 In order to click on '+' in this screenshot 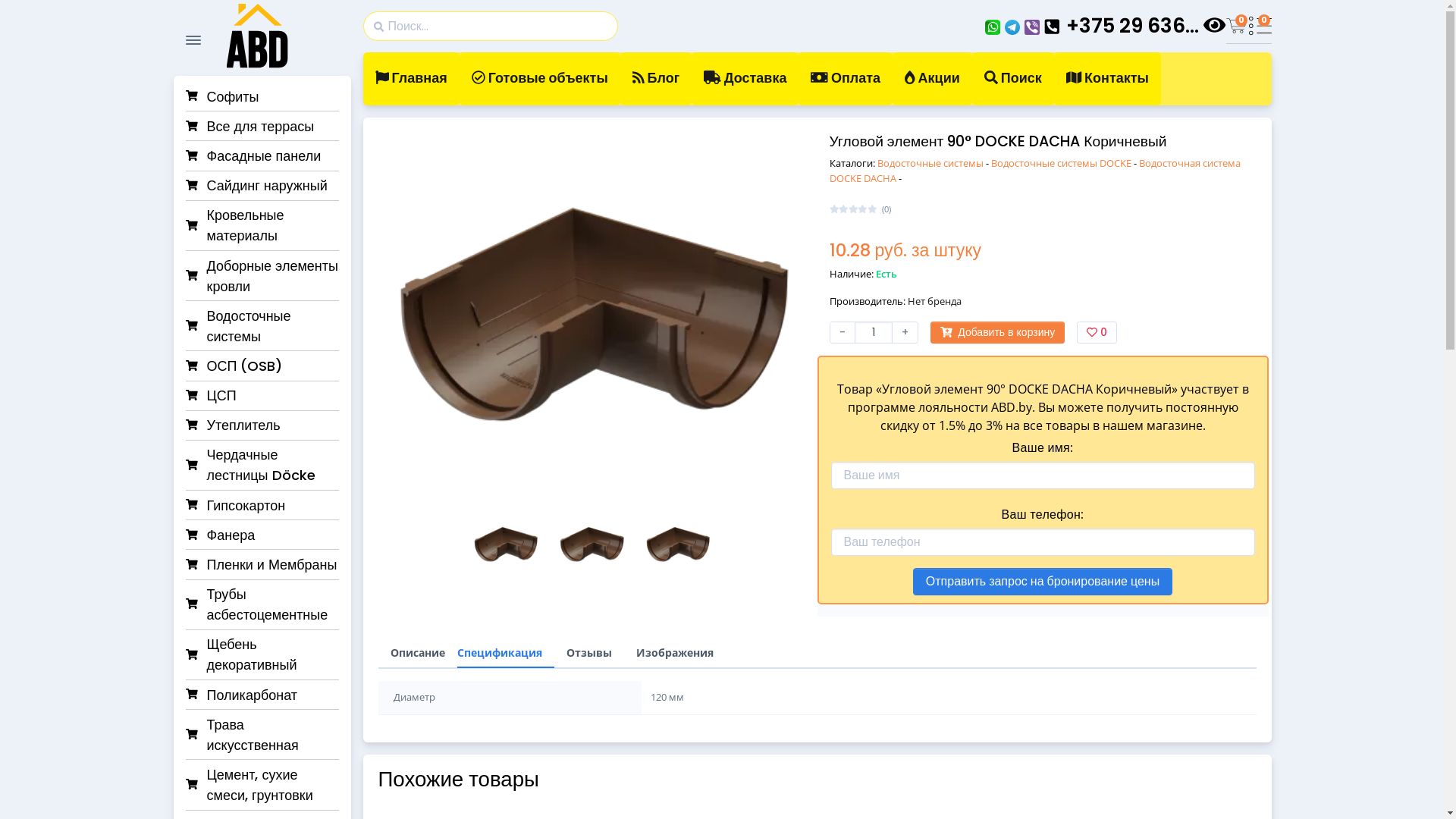, I will do `click(905, 331)`.